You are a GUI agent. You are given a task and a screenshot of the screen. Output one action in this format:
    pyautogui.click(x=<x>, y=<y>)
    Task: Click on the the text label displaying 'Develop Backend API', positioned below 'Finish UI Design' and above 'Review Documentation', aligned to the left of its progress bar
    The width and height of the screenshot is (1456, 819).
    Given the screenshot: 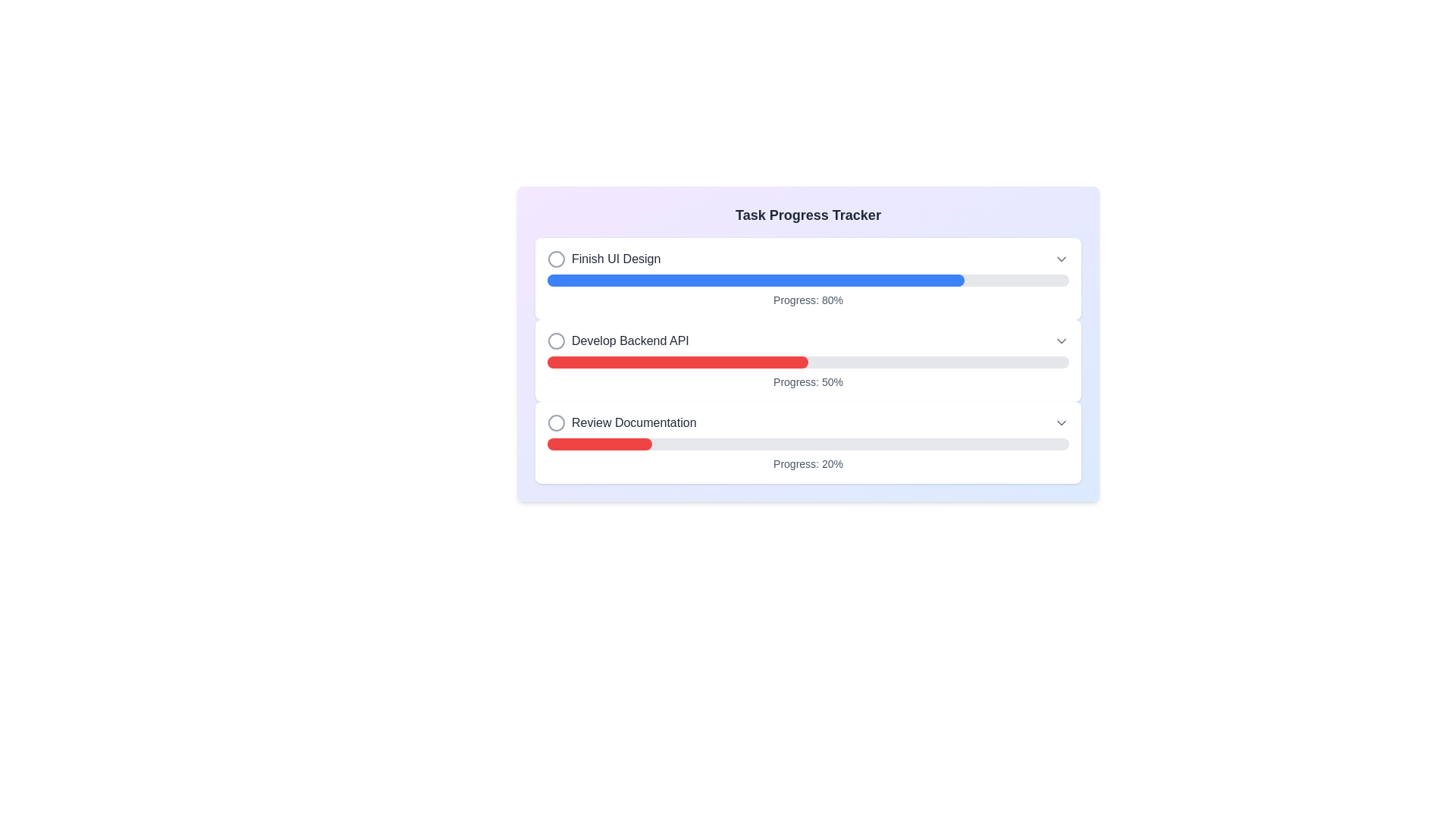 What is the action you would take?
    pyautogui.click(x=630, y=341)
    